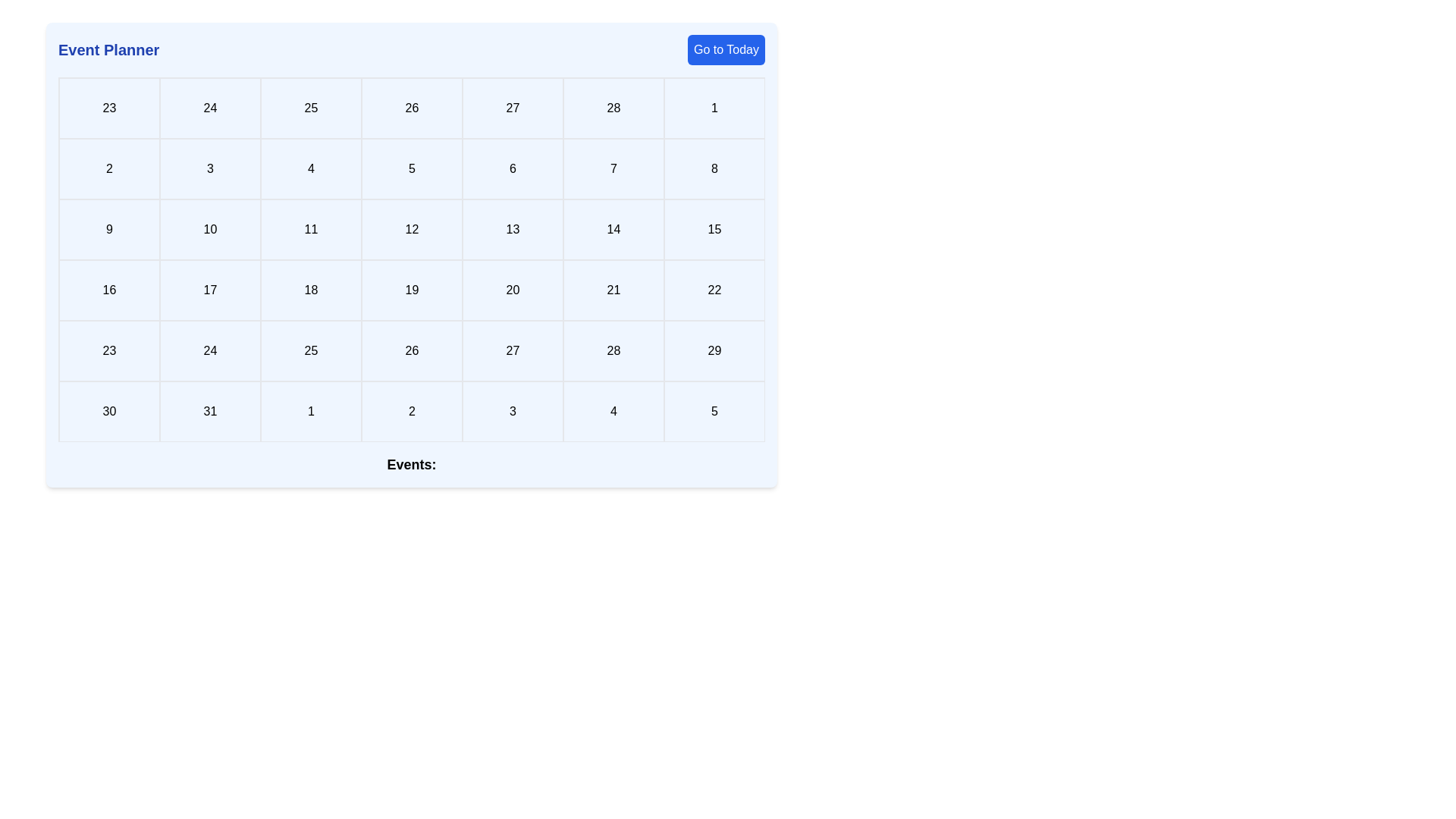  I want to click on the calendar cell displaying the number '16', so click(108, 290).